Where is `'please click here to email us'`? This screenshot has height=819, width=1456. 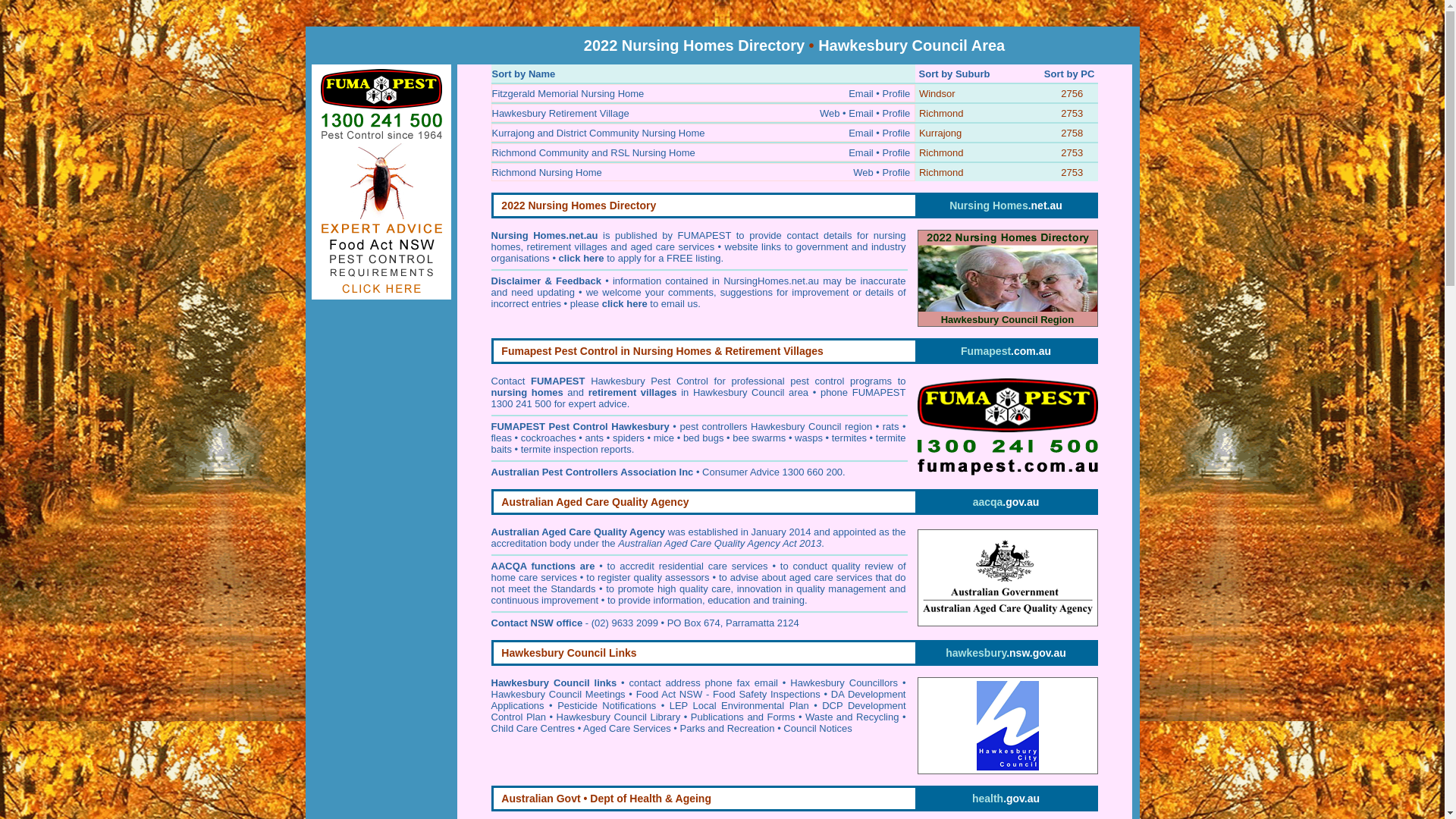 'please click here to email us' is located at coordinates (633, 303).